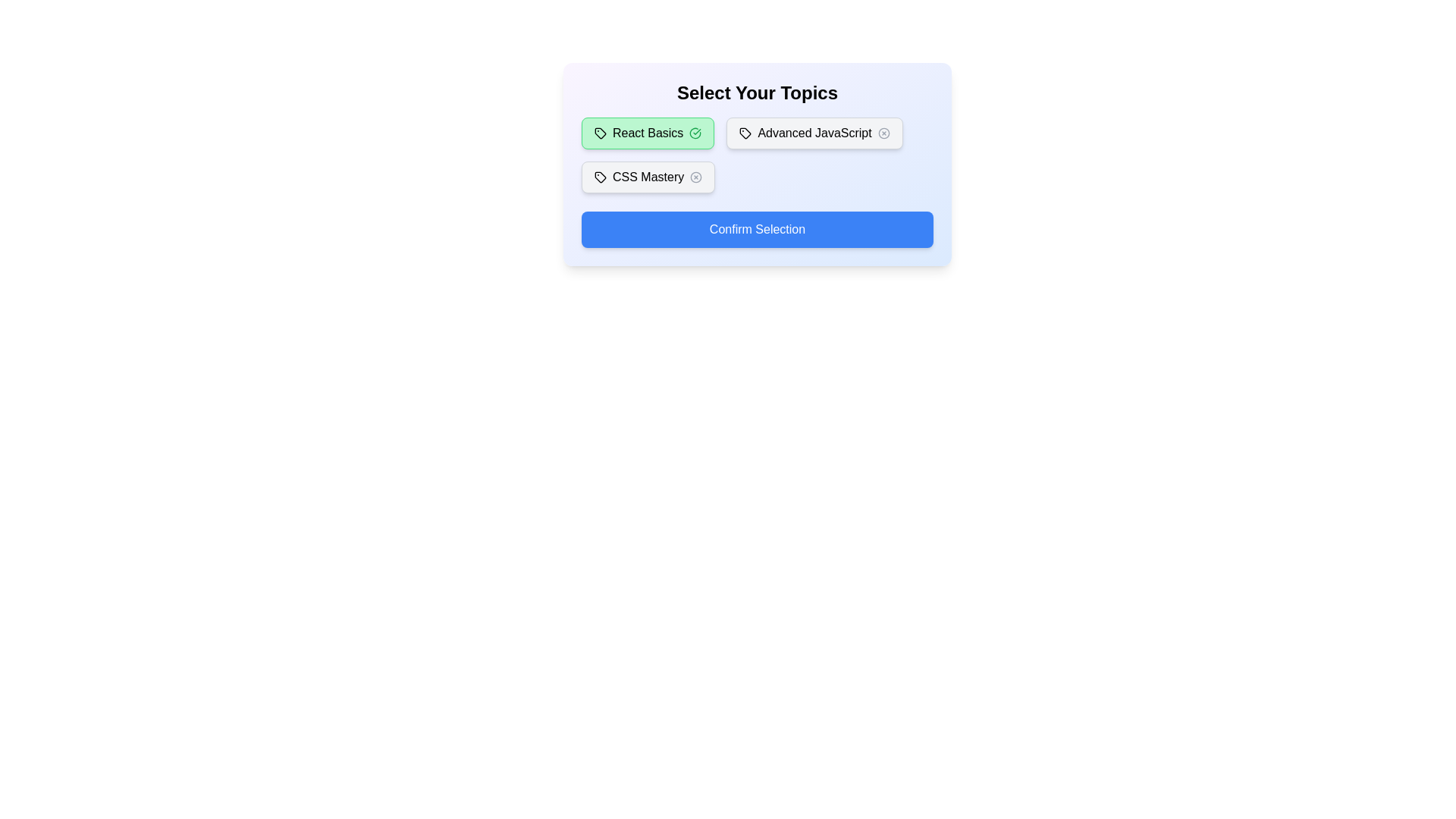  I want to click on the tag labeled React Basics to toggle its active state, so click(648, 133).